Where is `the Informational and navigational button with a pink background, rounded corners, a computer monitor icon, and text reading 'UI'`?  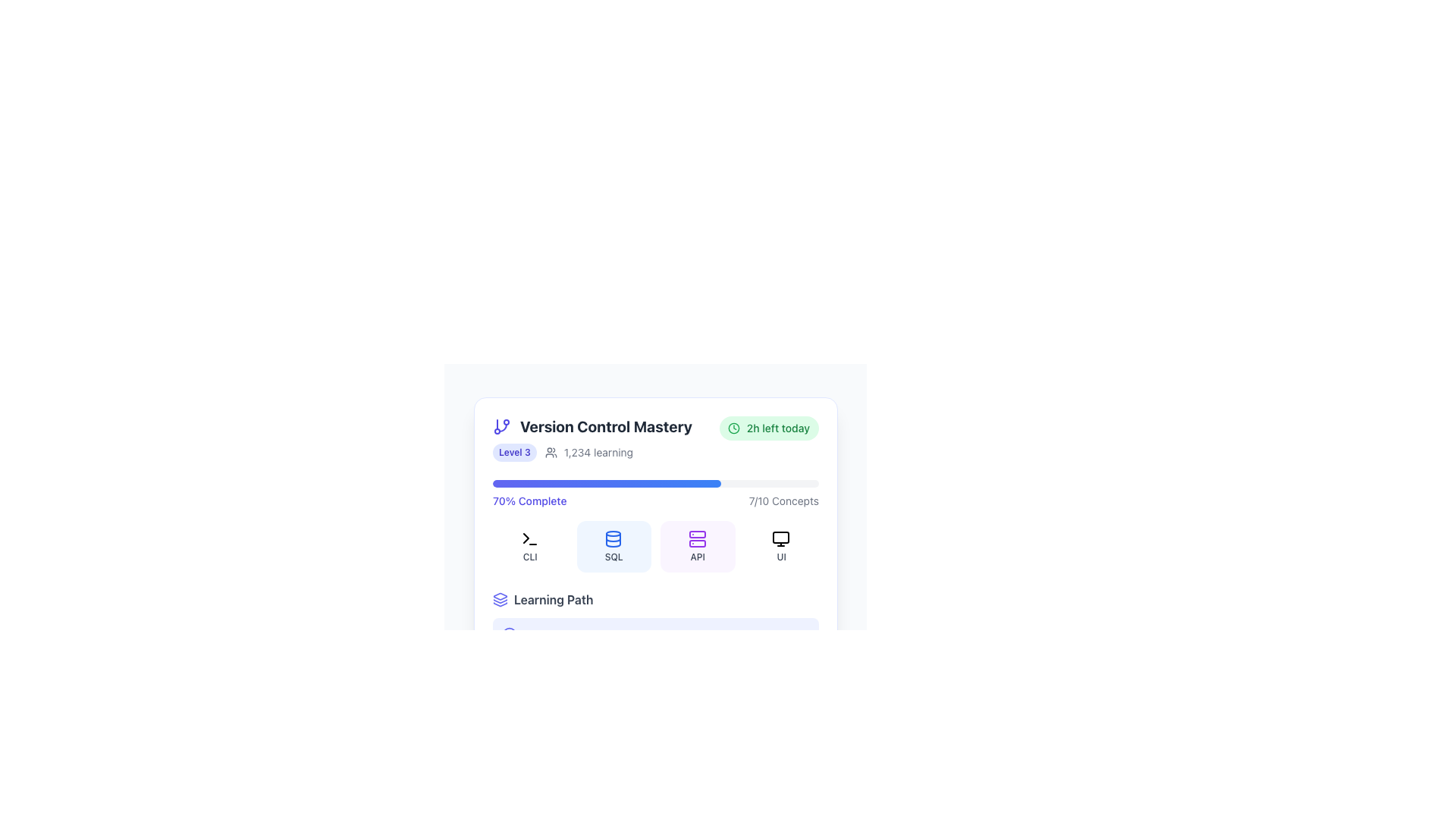 the Informational and navigational button with a pink background, rounded corners, a computer monitor icon, and text reading 'UI' is located at coordinates (781, 547).